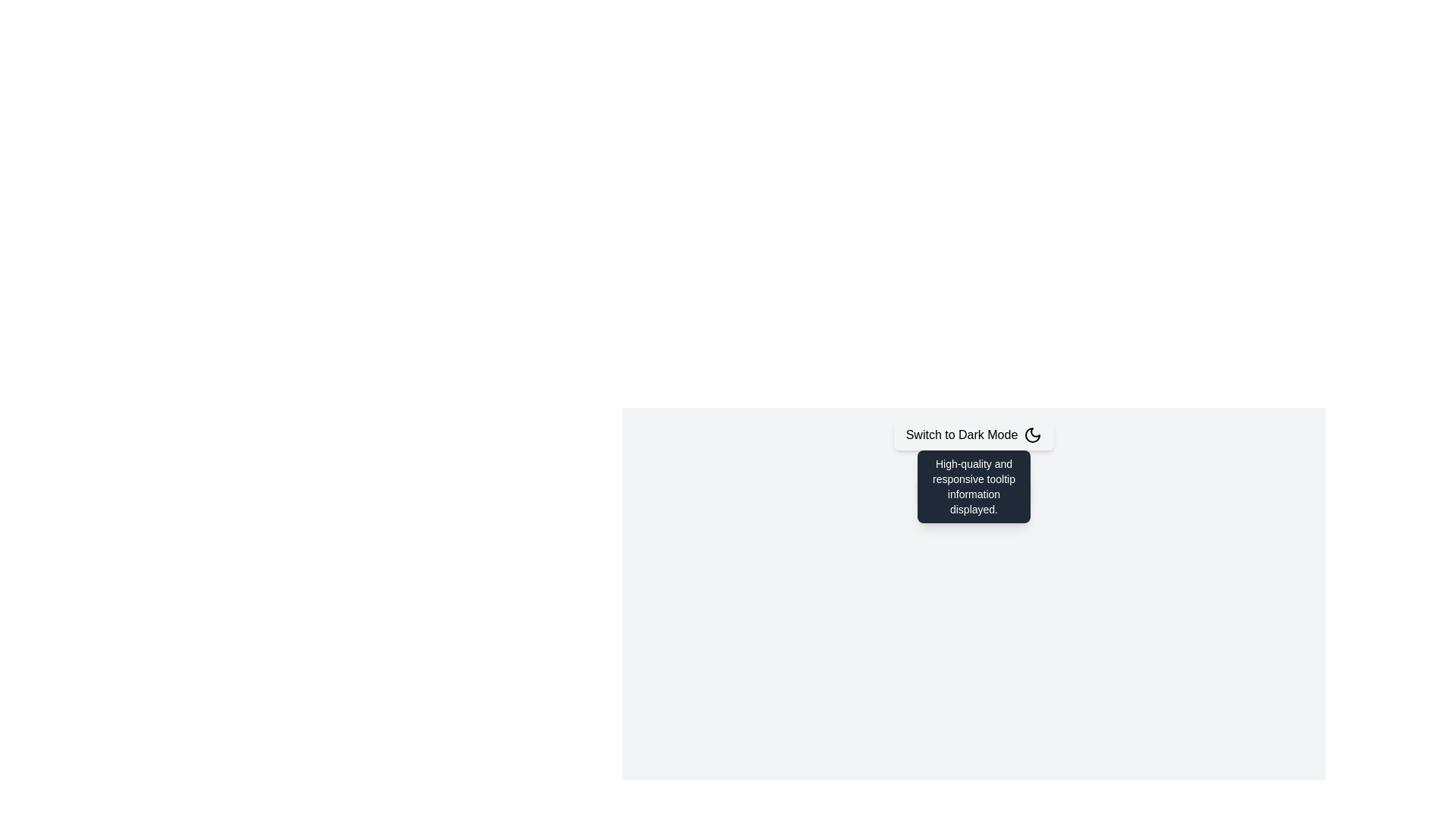  What do you see at coordinates (1032, 435) in the screenshot?
I see `the dark mode icon located within the 'Switch to Dark Mode' button` at bounding box center [1032, 435].